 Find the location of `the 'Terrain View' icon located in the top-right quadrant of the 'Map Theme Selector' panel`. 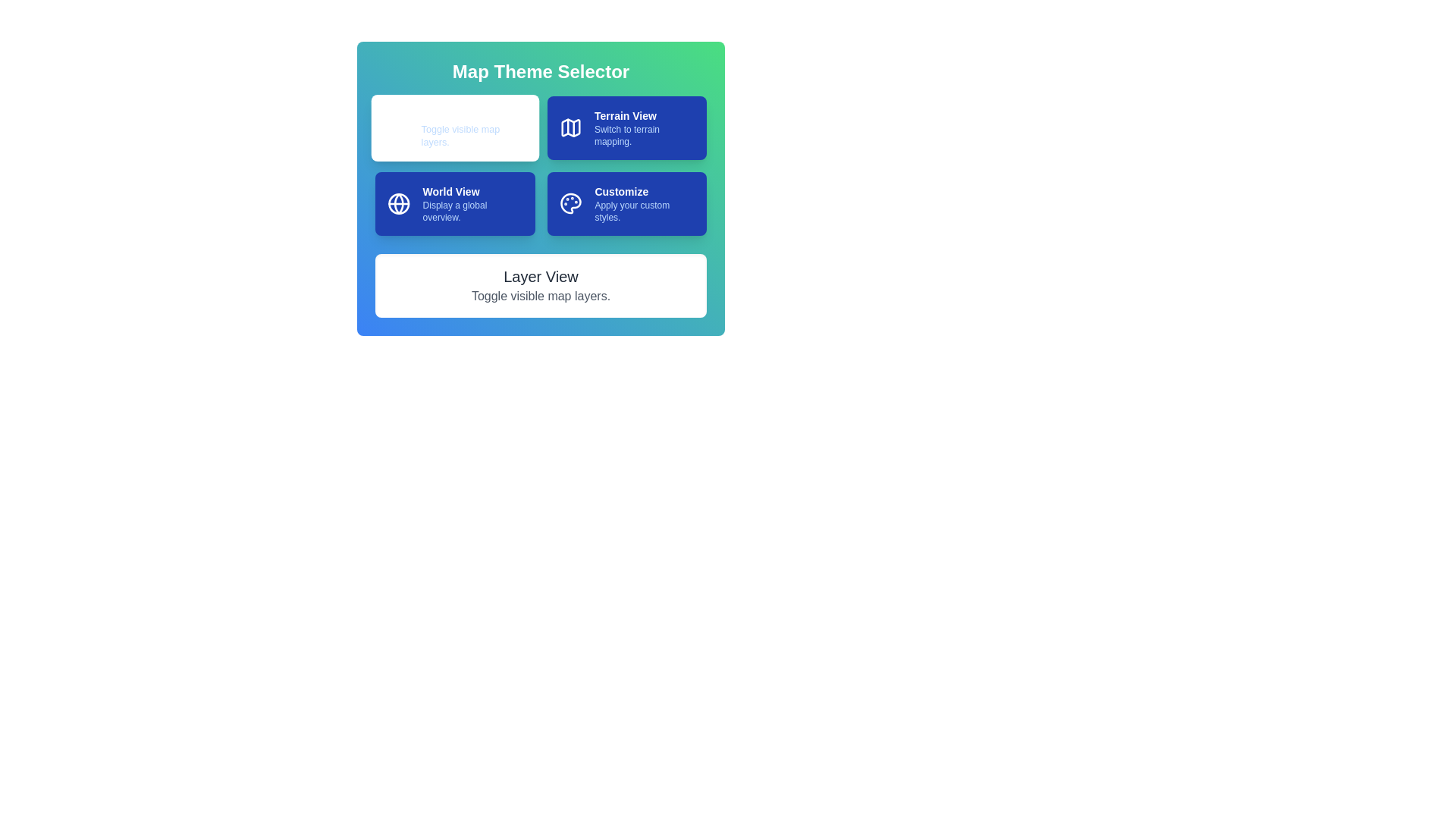

the 'Terrain View' icon located in the top-right quadrant of the 'Map Theme Selector' panel is located at coordinates (570, 127).